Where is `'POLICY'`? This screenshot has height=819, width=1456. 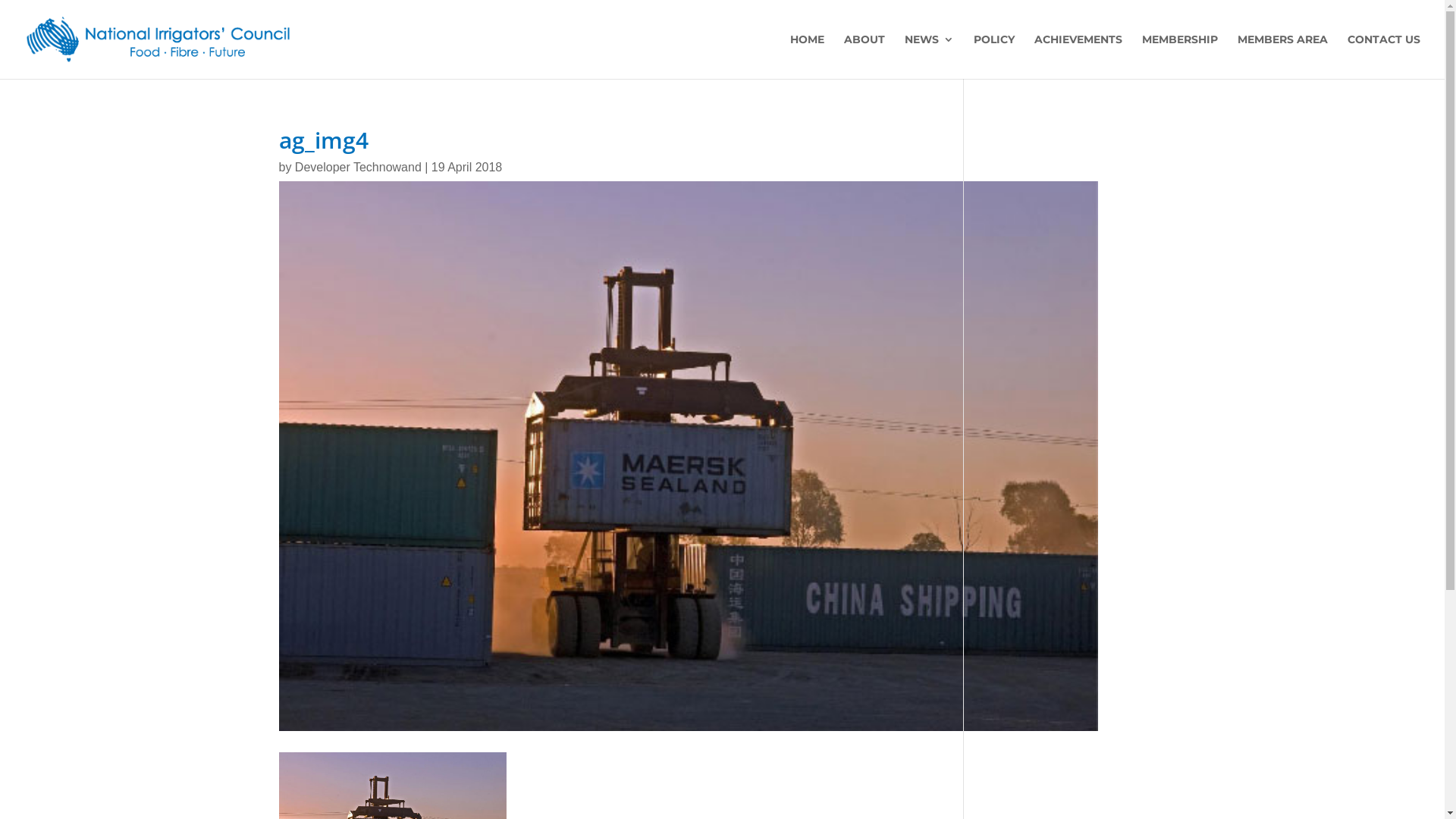
'POLICY' is located at coordinates (993, 55).